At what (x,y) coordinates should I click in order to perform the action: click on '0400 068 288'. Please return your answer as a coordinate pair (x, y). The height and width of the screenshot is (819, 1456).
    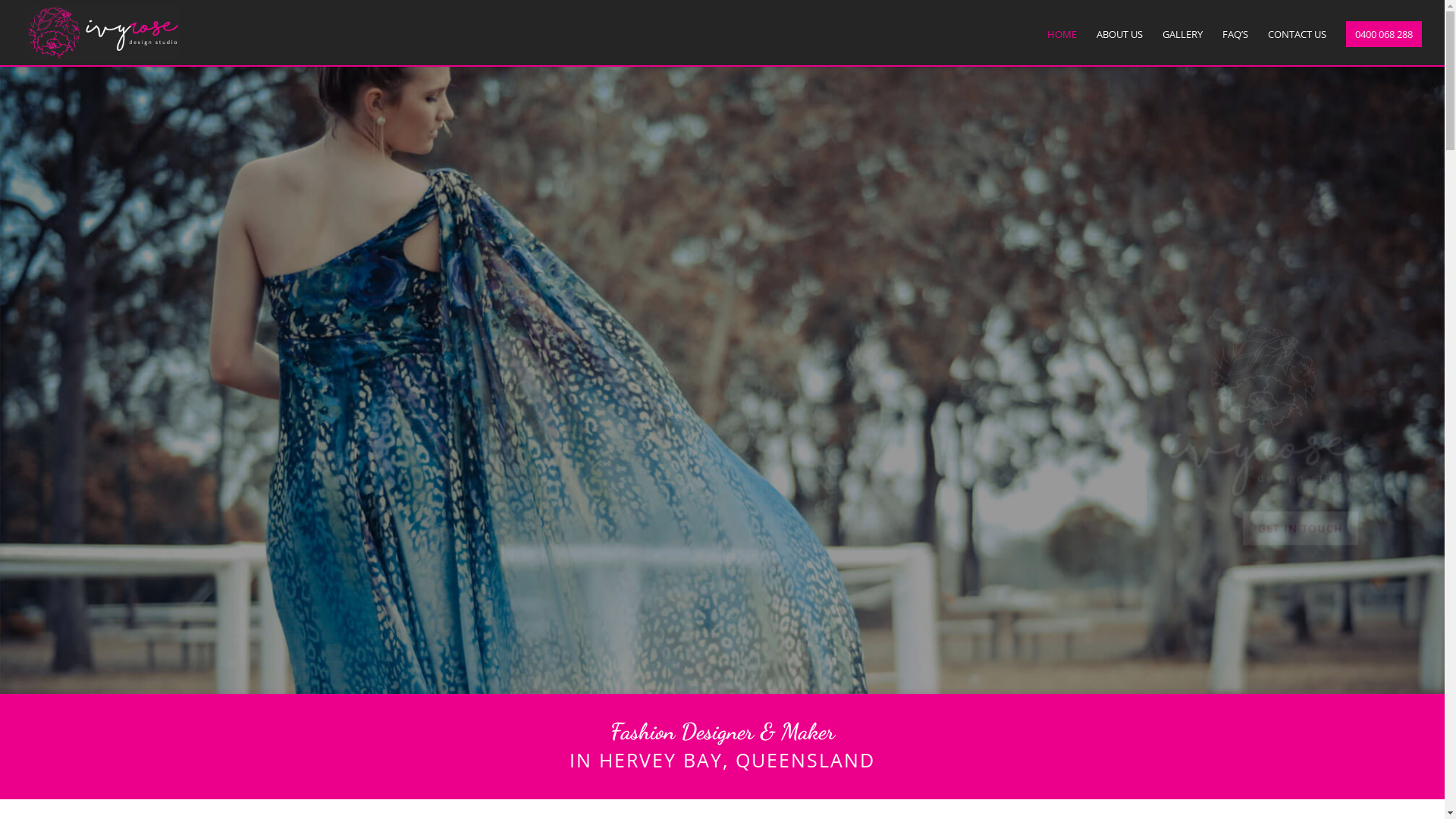
    Looking at the image, I should click on (1346, 34).